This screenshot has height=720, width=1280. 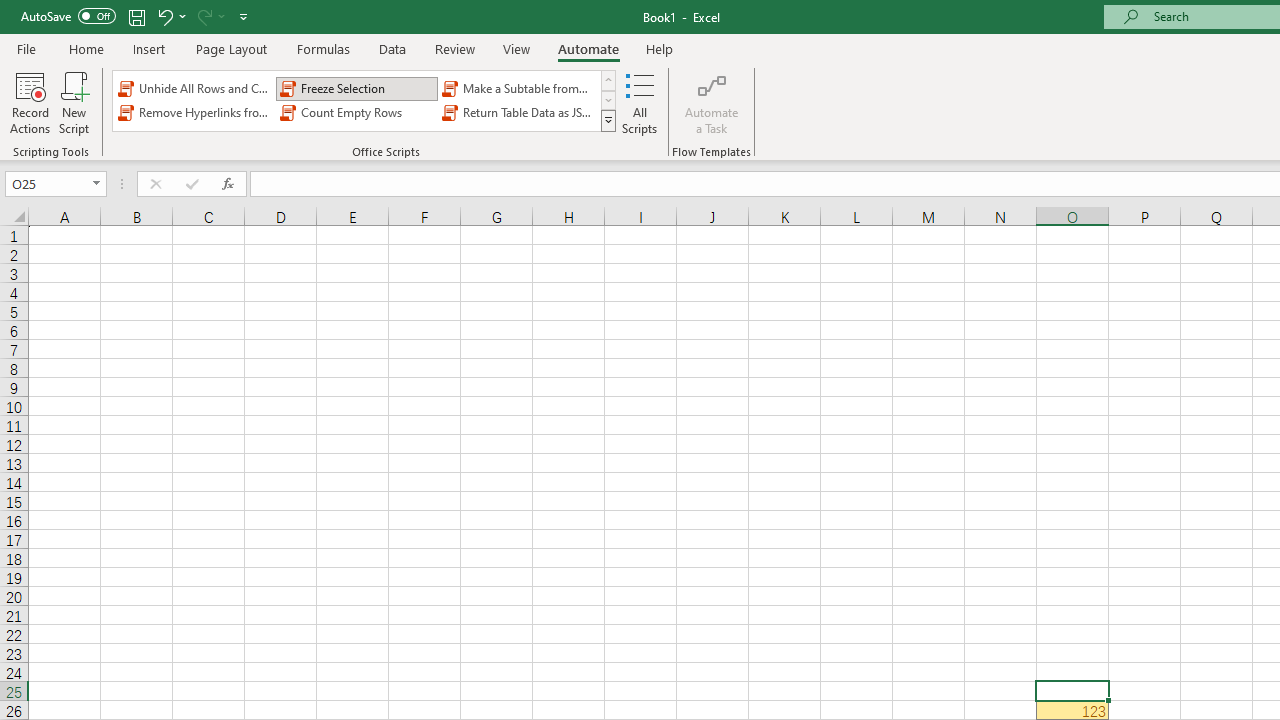 What do you see at coordinates (519, 87) in the screenshot?
I see `'Make a Subtable from a Selection'` at bounding box center [519, 87].